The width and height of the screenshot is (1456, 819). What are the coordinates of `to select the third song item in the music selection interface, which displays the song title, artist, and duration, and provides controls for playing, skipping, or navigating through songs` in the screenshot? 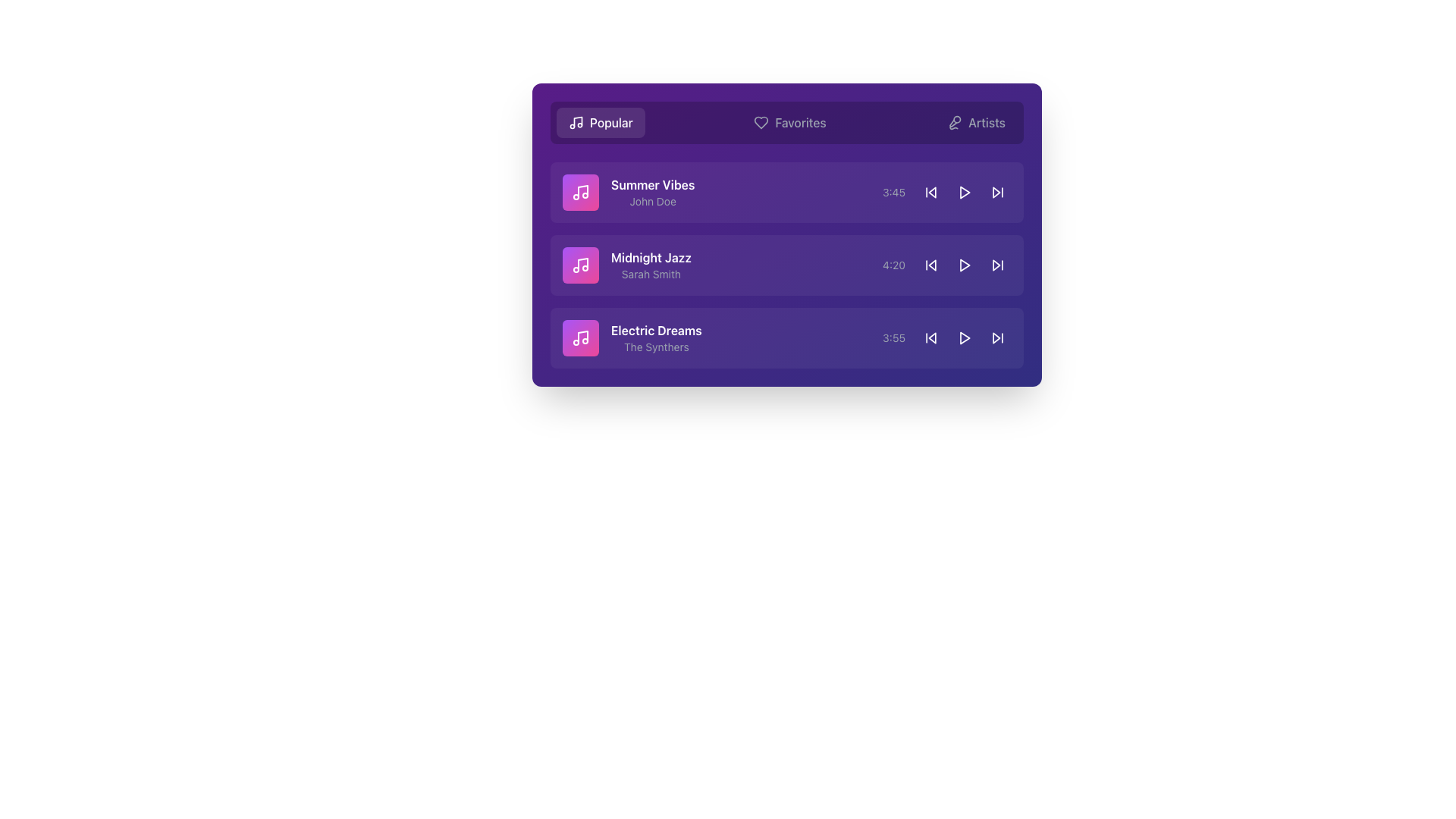 It's located at (786, 337).